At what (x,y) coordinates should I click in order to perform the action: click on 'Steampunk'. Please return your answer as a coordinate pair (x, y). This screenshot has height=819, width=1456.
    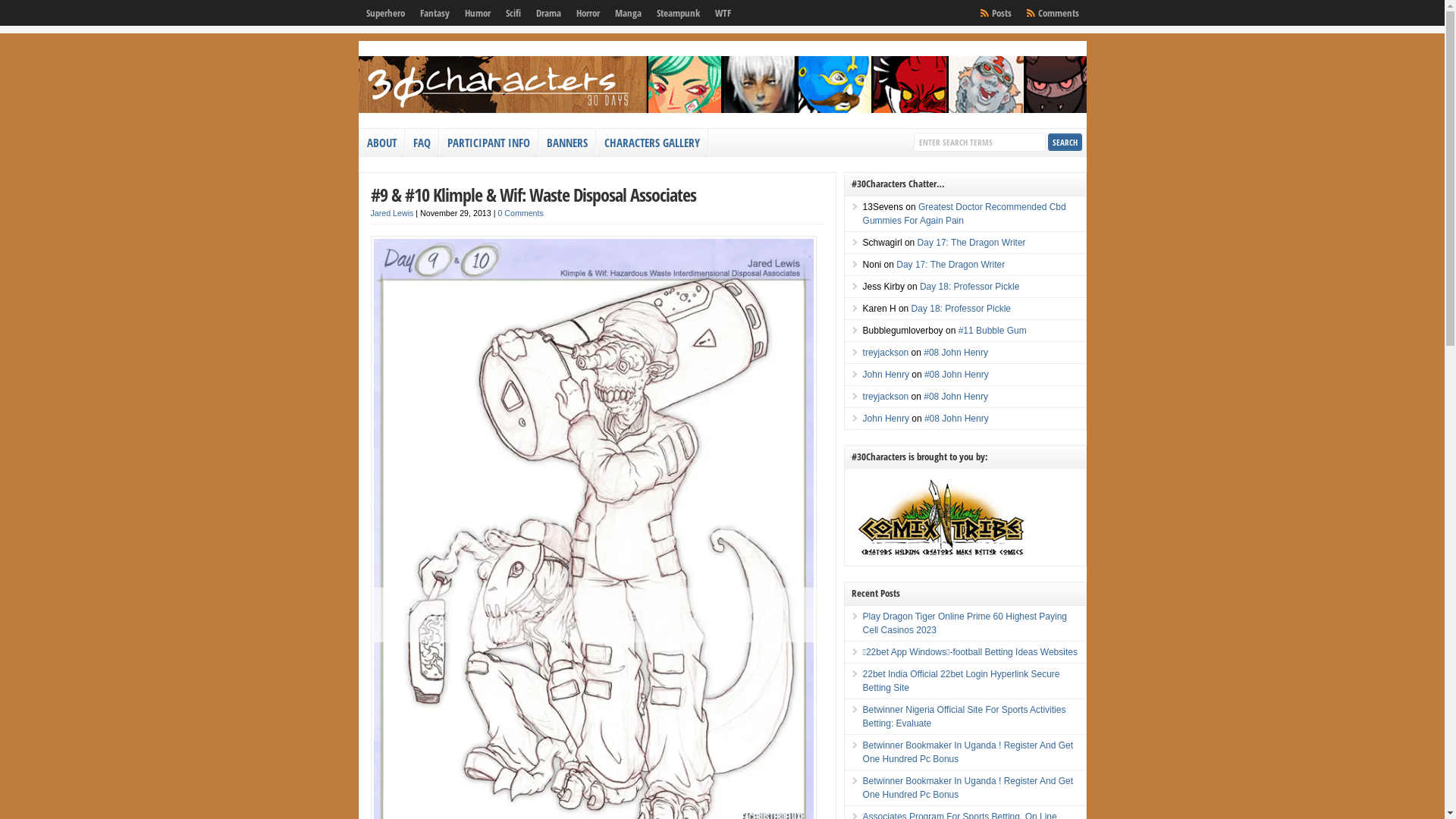
    Looking at the image, I should click on (677, 12).